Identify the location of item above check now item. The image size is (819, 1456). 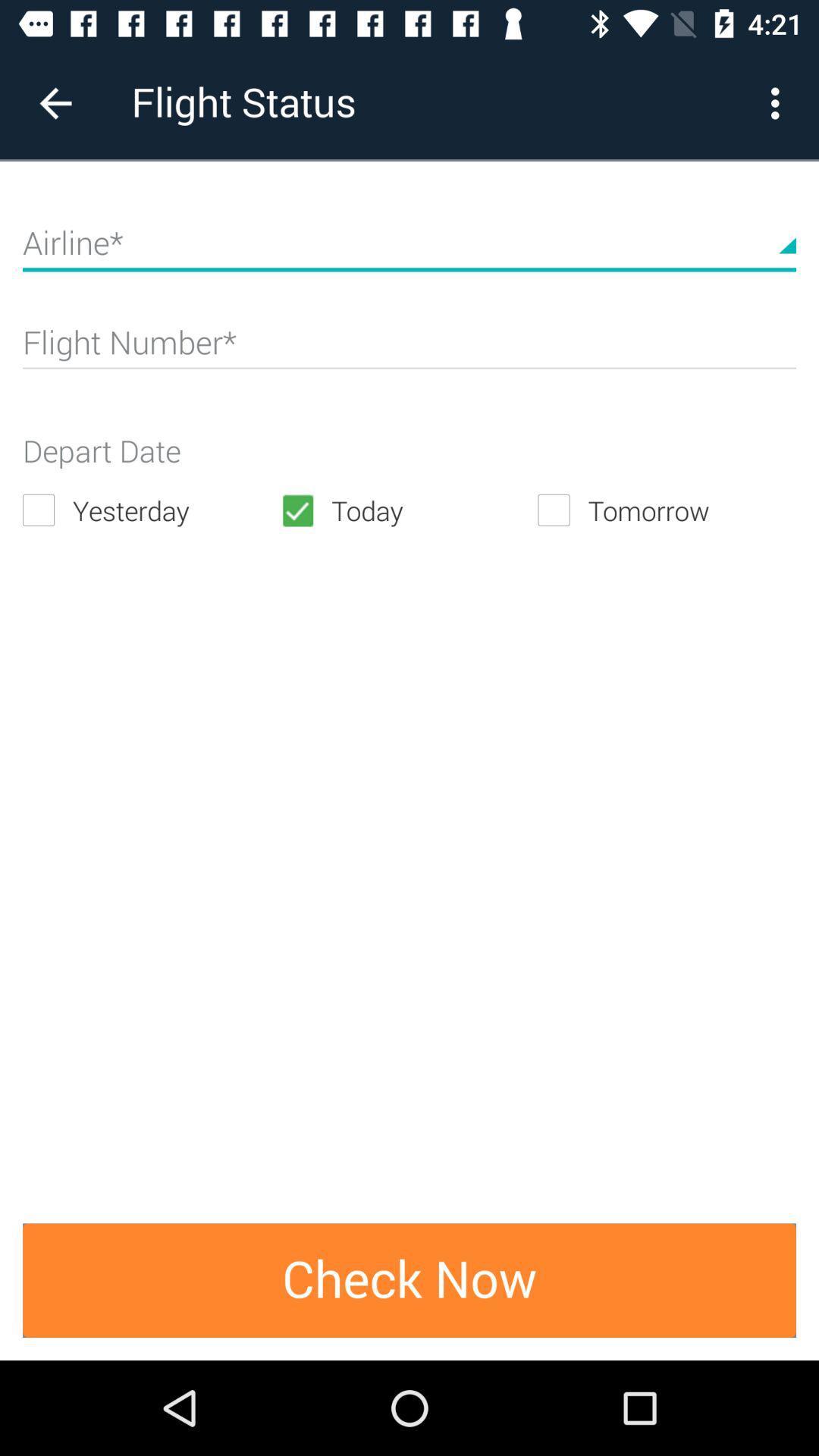
(408, 510).